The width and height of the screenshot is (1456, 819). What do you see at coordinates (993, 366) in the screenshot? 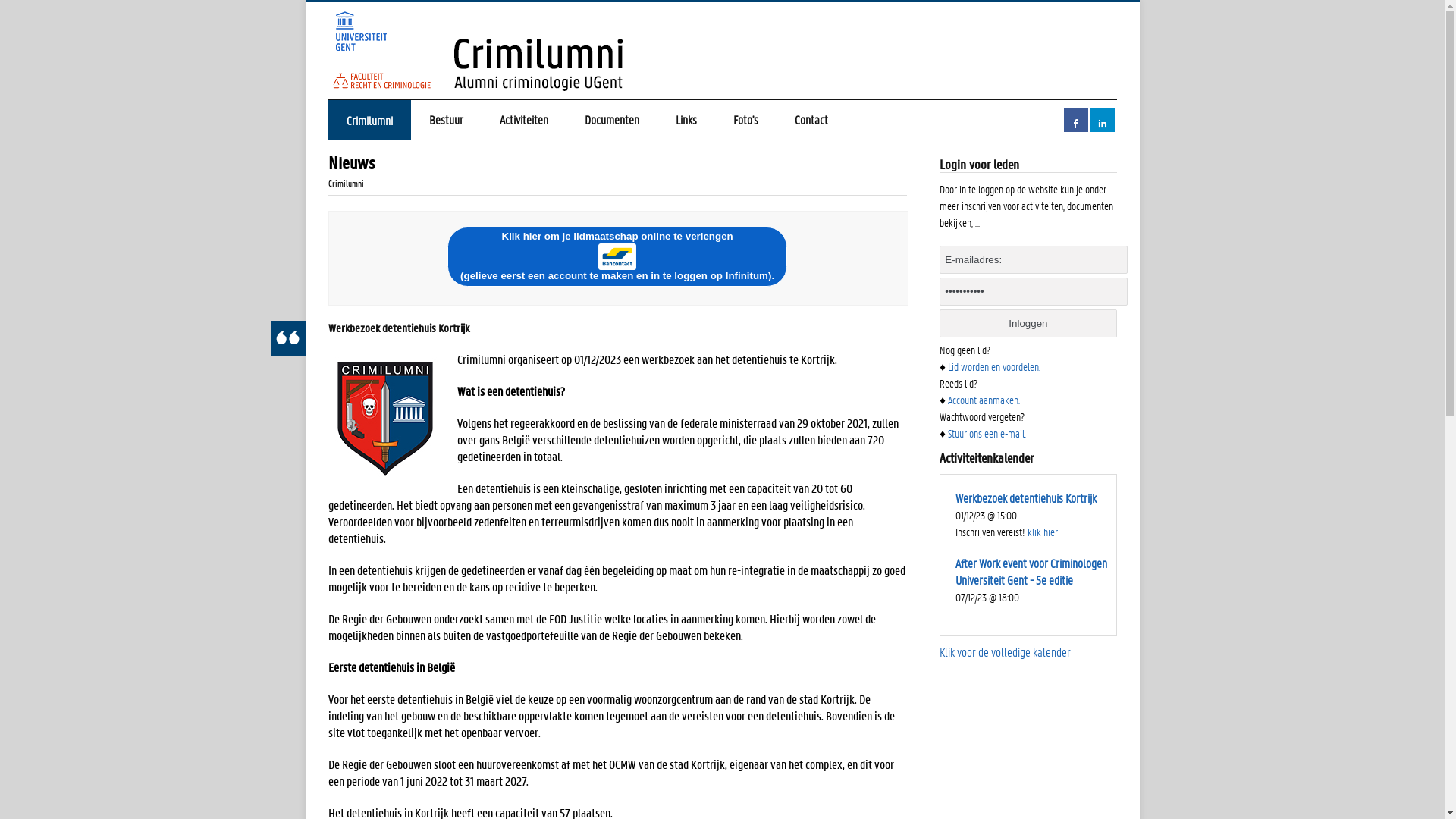
I see `'Lid worden en voordelen.'` at bounding box center [993, 366].